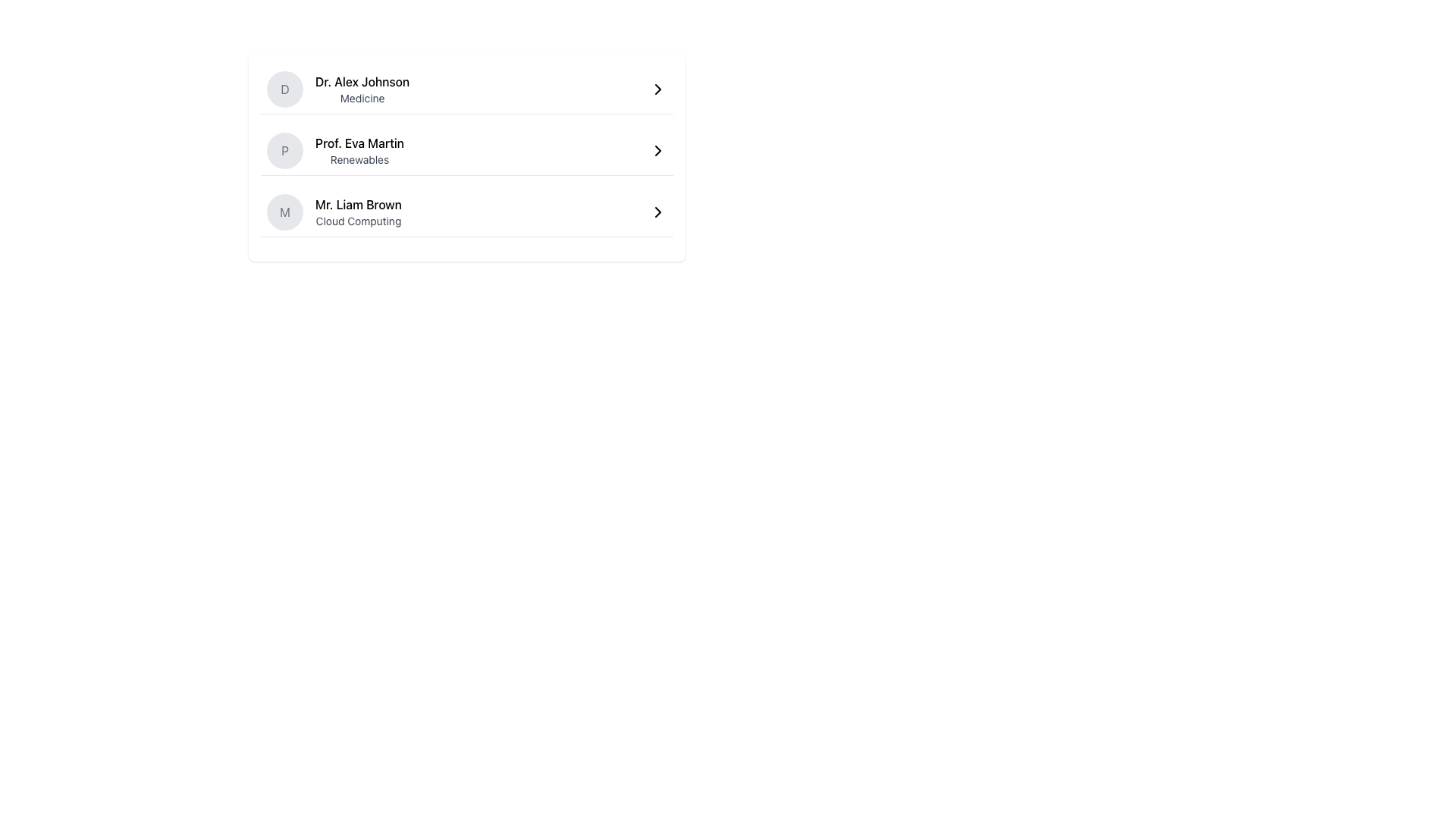  What do you see at coordinates (284, 89) in the screenshot?
I see `the bold gray letter 'D' located in the first circular avatar to the left of 'Dr. Alex Johnson' in the vertical list` at bounding box center [284, 89].